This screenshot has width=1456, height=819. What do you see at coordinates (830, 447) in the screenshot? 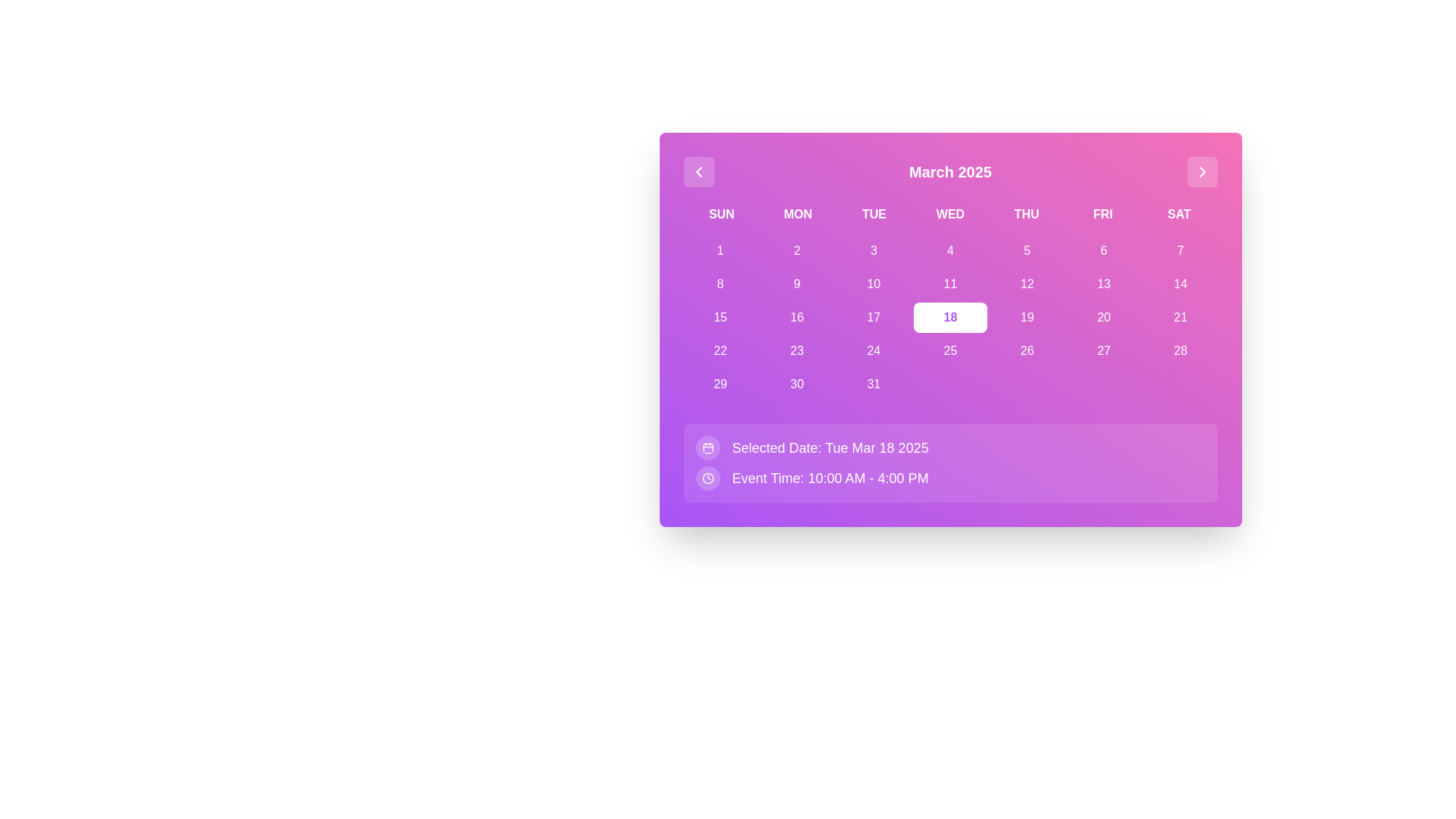
I see `the Text display that indicates the selected date, positioned below the calendar grid and above 'Event Time: 10:00 AM - 4:00 PM'` at bounding box center [830, 447].